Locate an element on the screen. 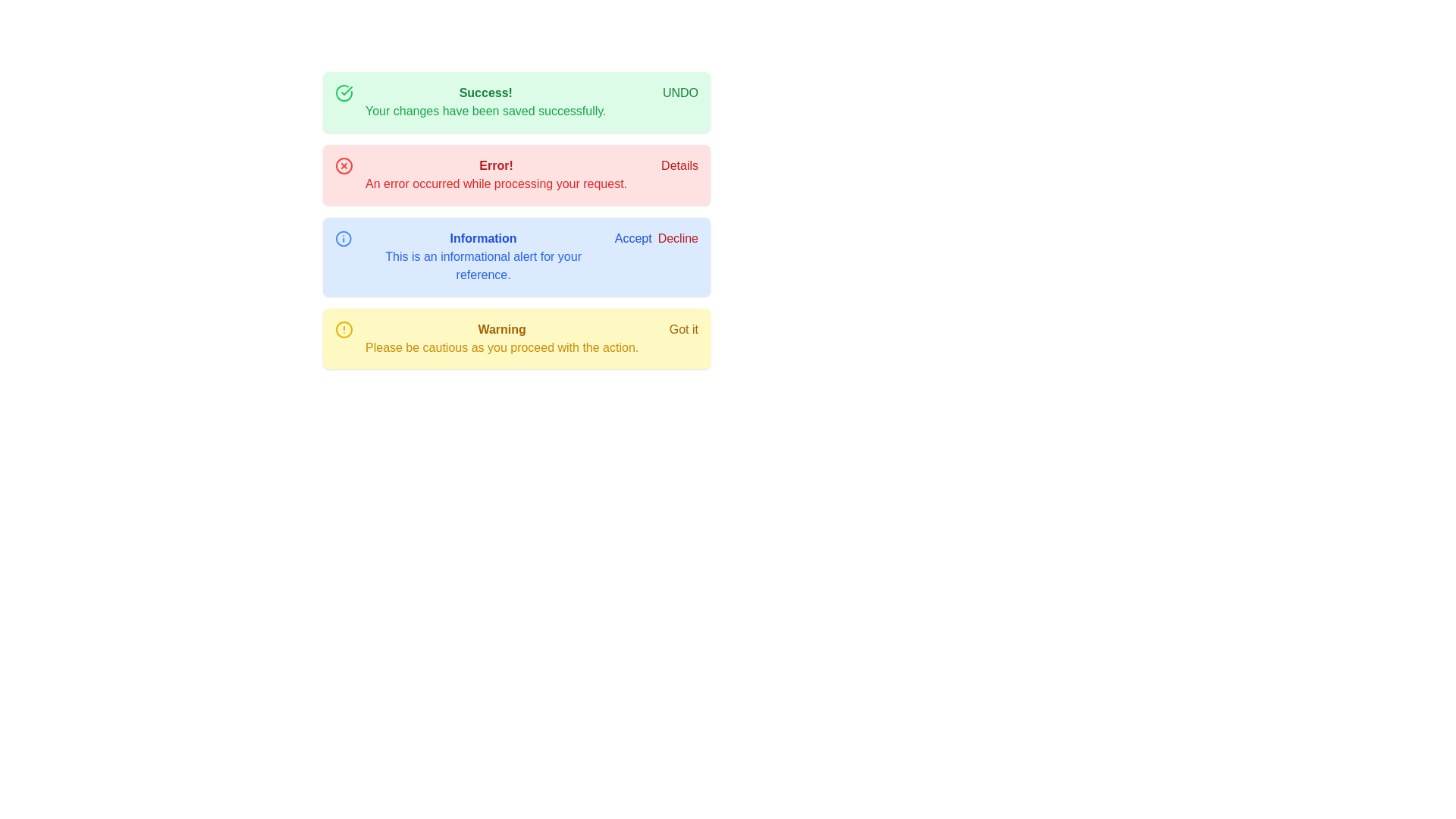 Image resolution: width=1456 pixels, height=819 pixels. the hyperlink located is located at coordinates (679, 166).